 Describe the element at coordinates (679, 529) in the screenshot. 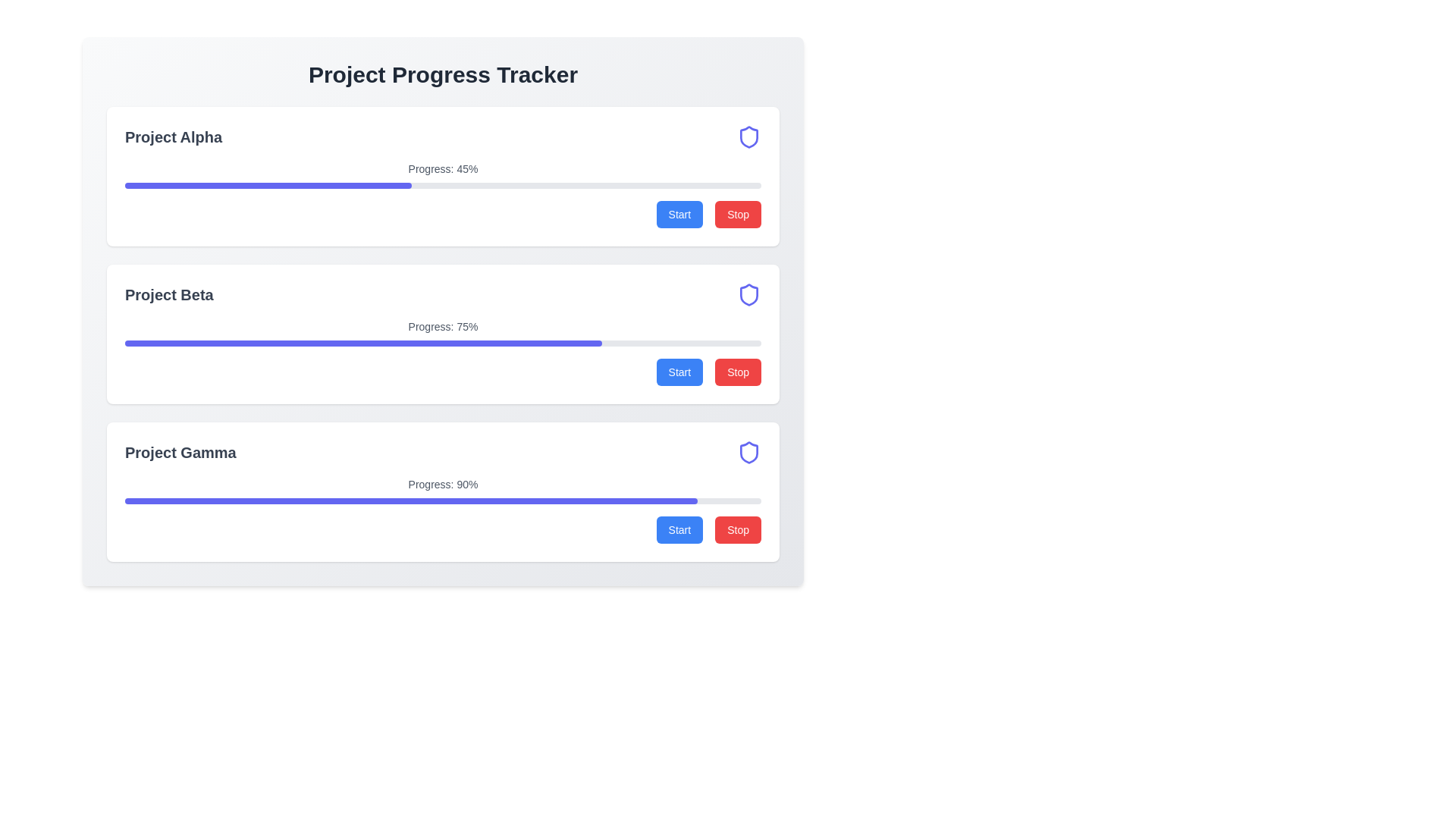

I see `the 'Start' button, which is a rectangular button with a blue background and white text located at the bottom right corner of 'Project Gamma'` at that location.